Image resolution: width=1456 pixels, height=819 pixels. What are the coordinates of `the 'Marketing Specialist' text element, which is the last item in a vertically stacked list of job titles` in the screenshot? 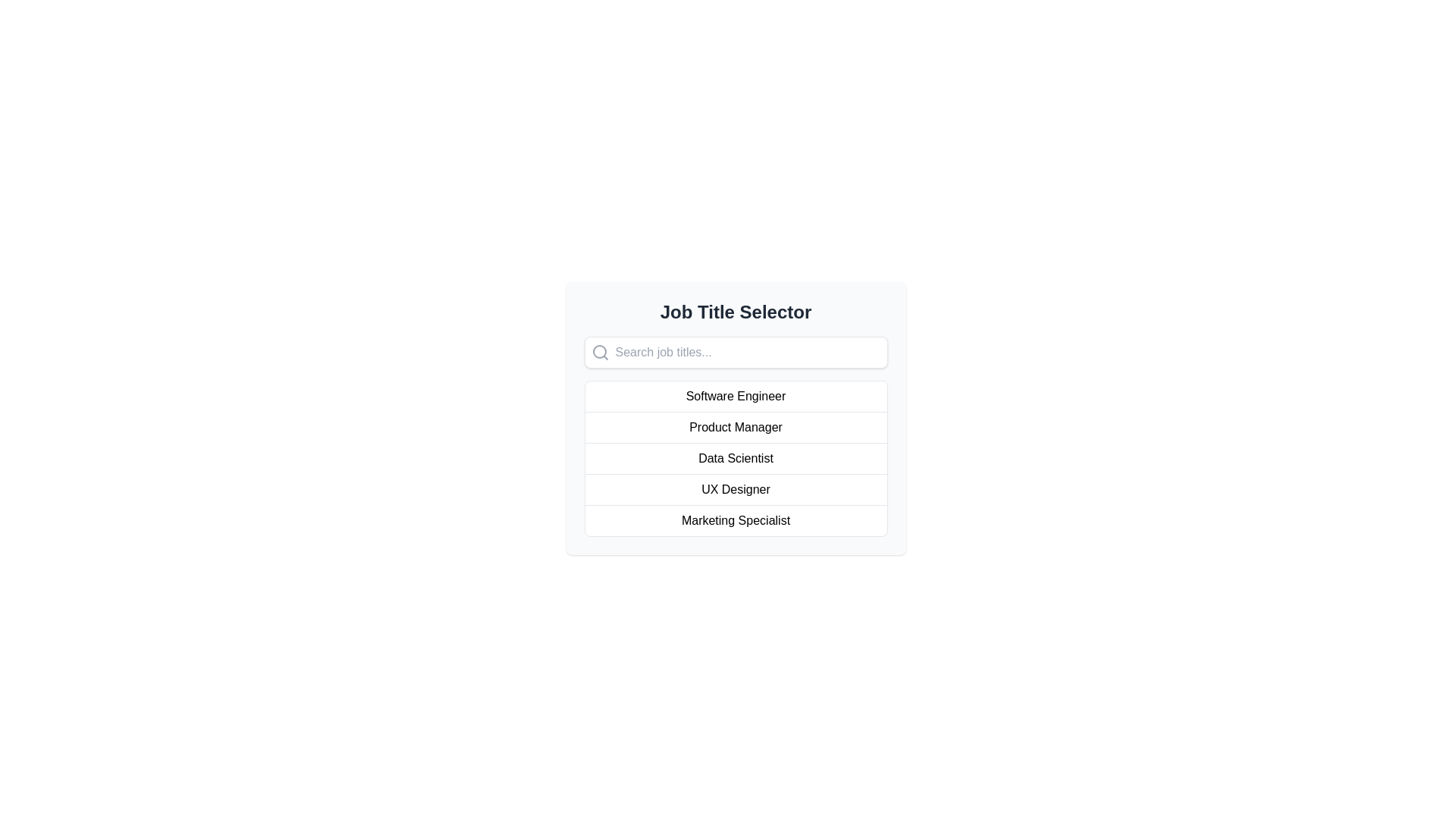 It's located at (736, 519).